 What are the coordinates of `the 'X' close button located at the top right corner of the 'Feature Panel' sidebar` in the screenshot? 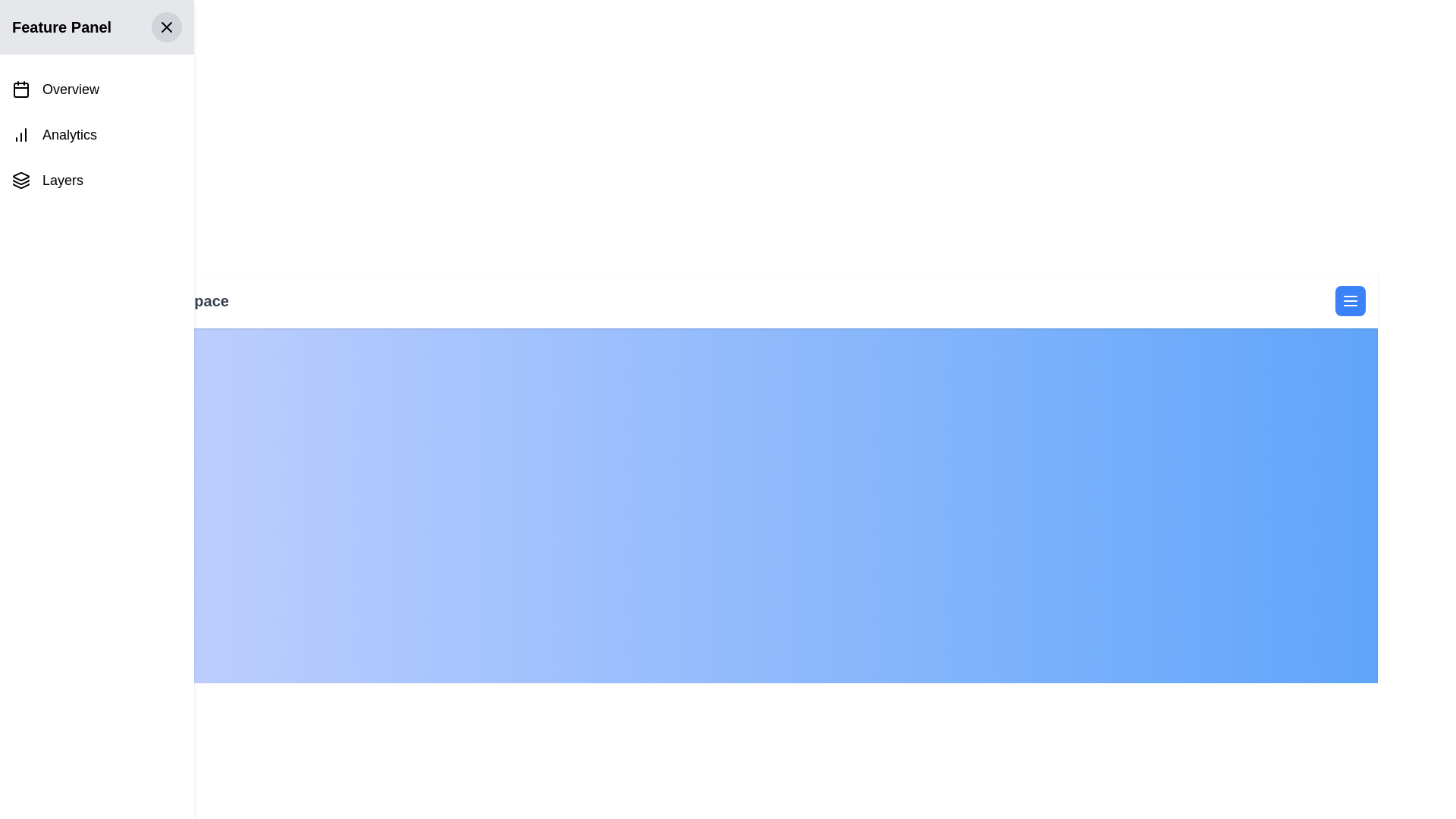 It's located at (167, 27).